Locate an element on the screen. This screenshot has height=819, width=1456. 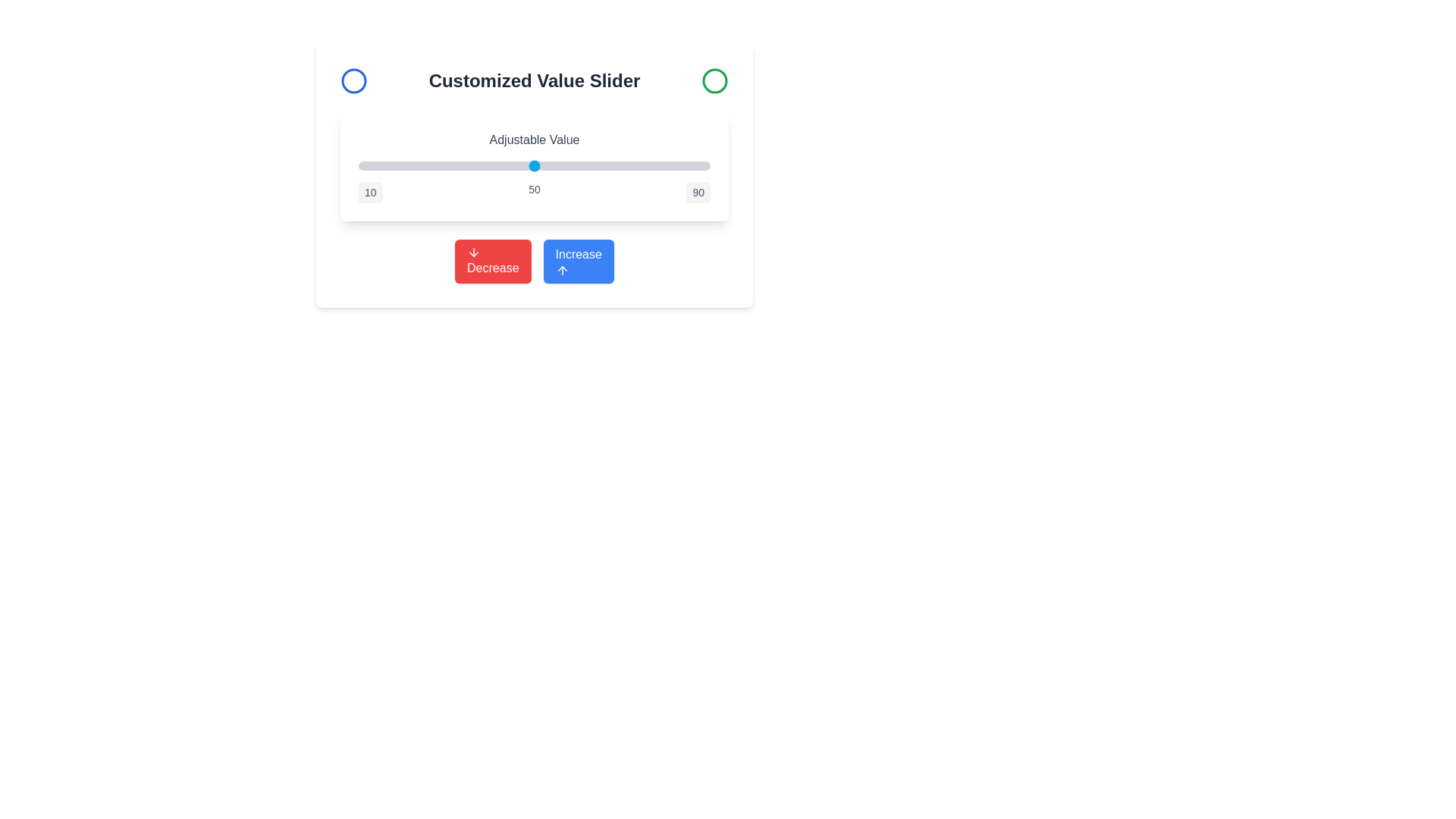
numeric value displayed in the text label located centrally below the horizontal slider, flanked by the numbers '10' and '90' is located at coordinates (535, 192).